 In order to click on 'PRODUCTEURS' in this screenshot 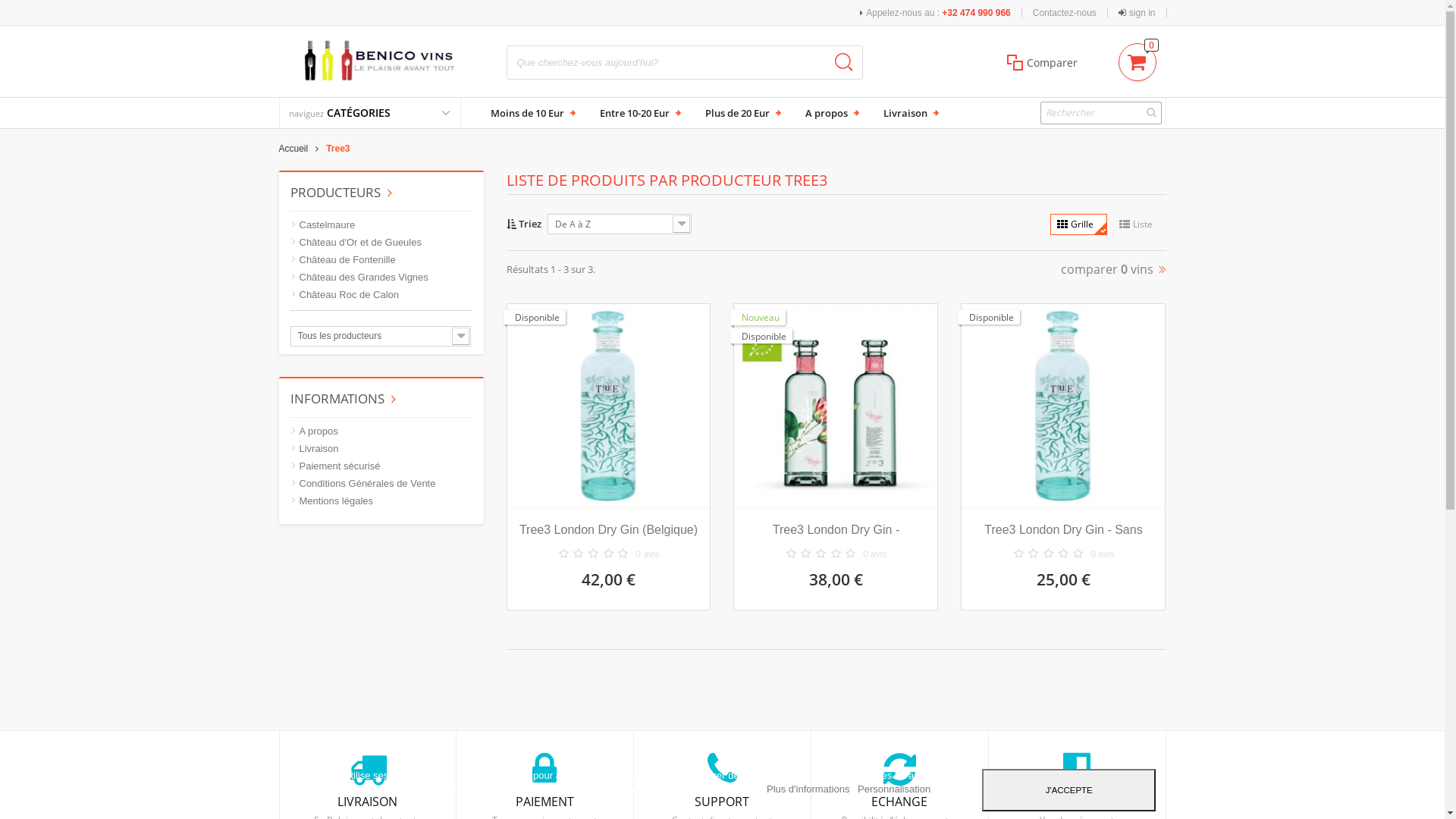, I will do `click(340, 191)`.